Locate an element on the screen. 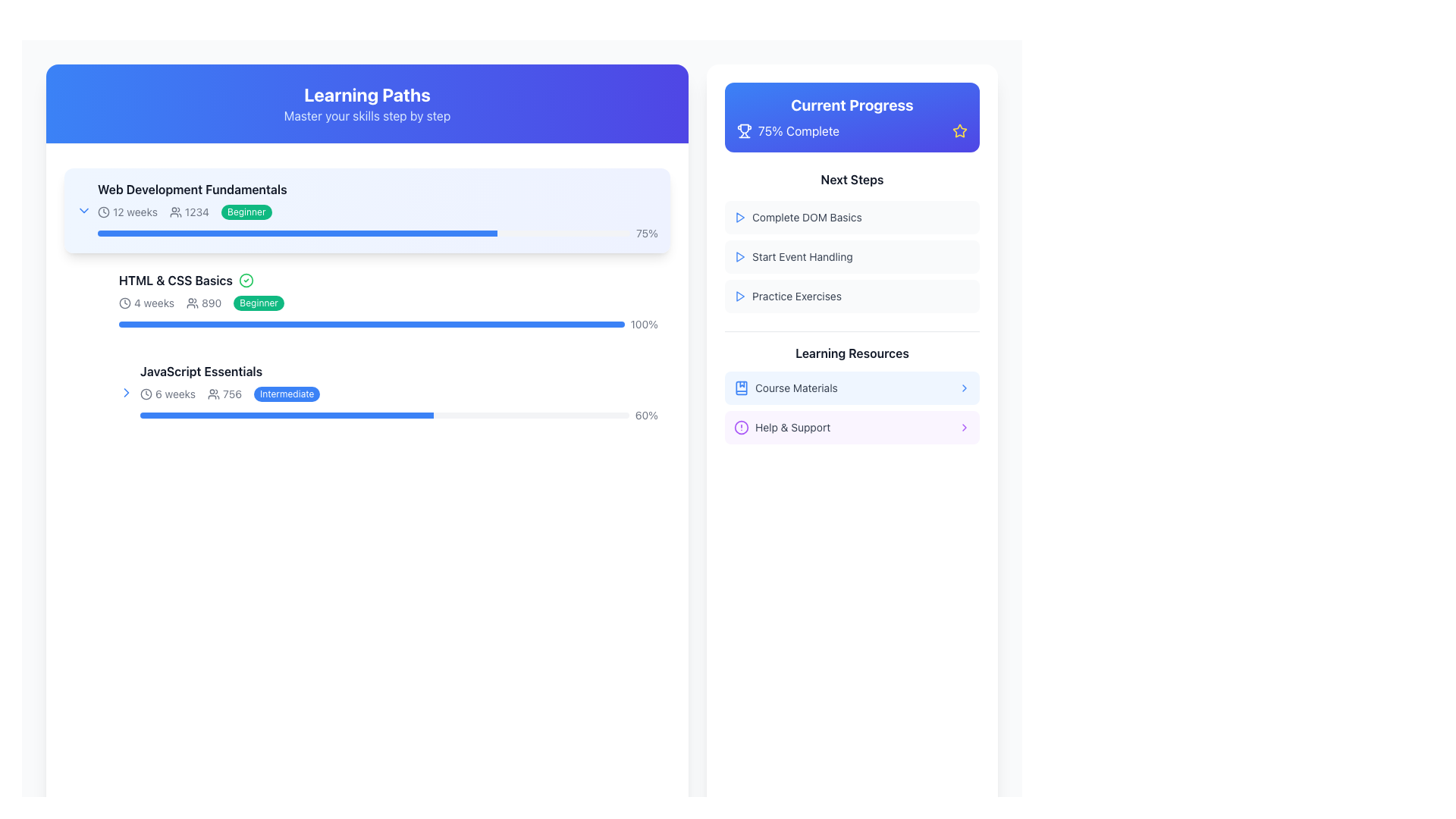 This screenshot has width=1456, height=819. the 'Next Steps' text label, which is bold and dark gray, located at the top of the 'Current Progress' panel is located at coordinates (852, 178).